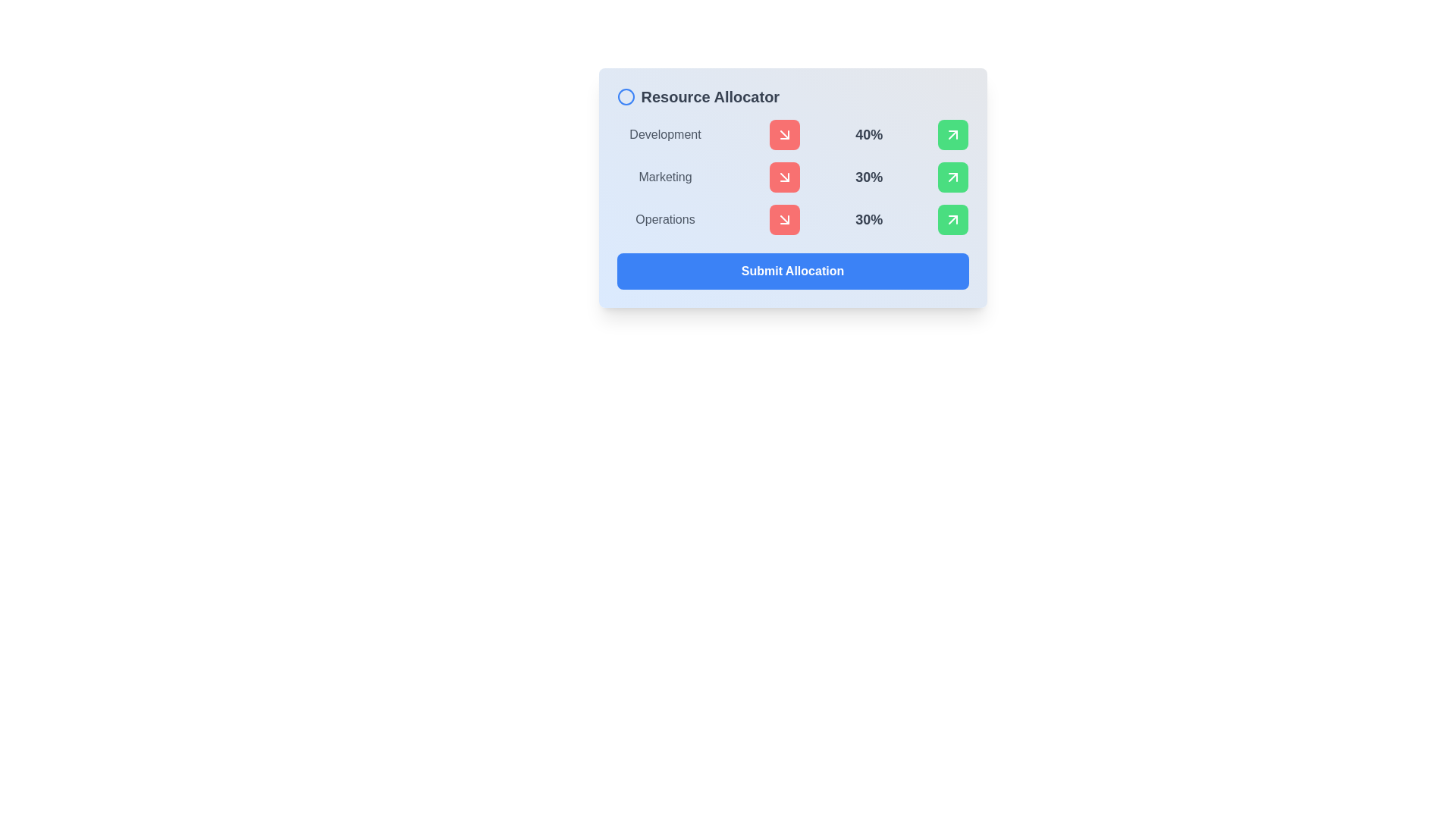 This screenshot has width=1456, height=819. I want to click on the static text element displaying '40%' which is bold, large, and gray, positioned between an arrow-down icon and an arrow-up icon in the Development row of the card layout, so click(869, 133).